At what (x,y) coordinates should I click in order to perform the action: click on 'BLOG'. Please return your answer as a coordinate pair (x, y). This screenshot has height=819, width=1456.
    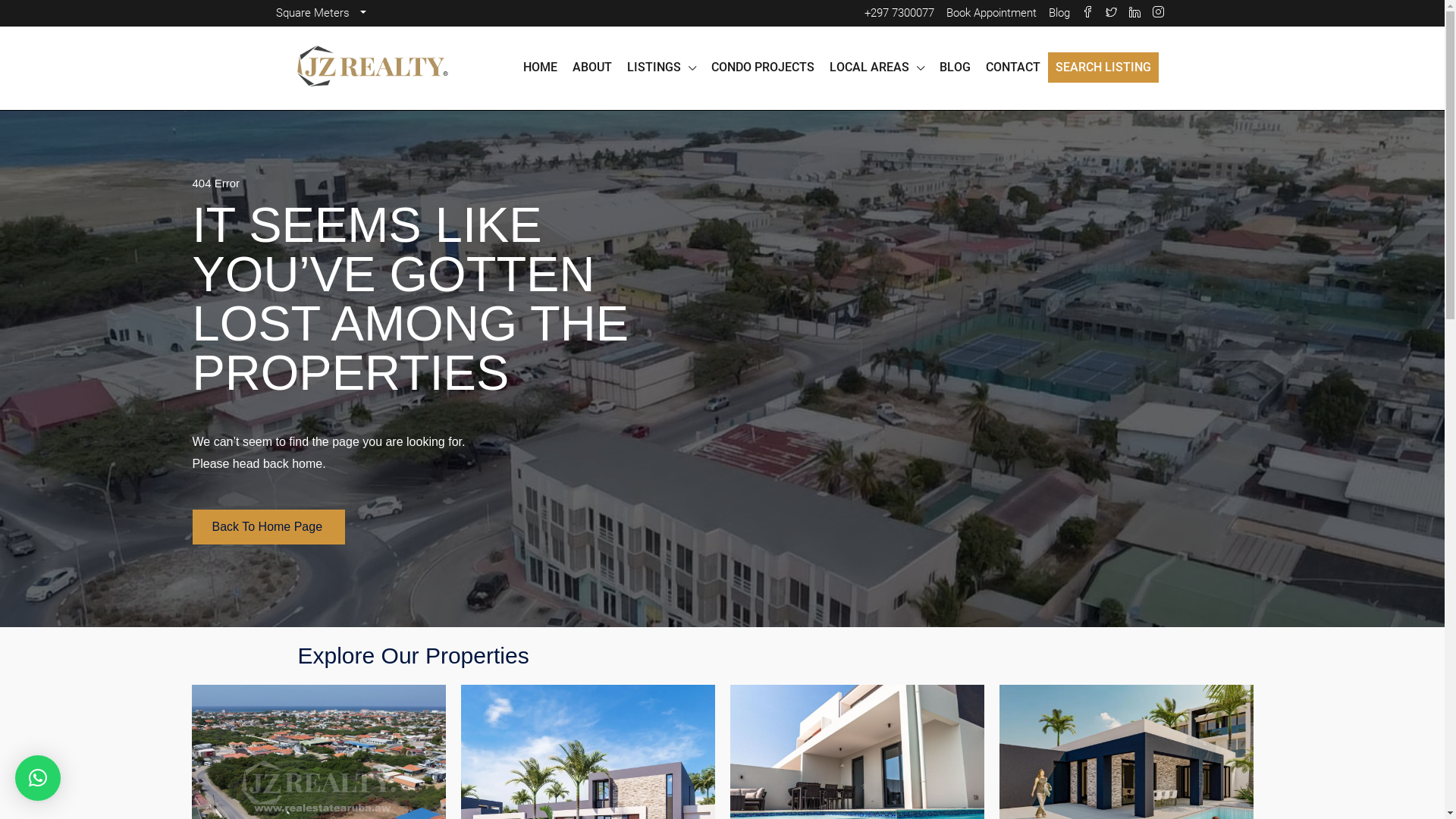
    Looking at the image, I should click on (930, 66).